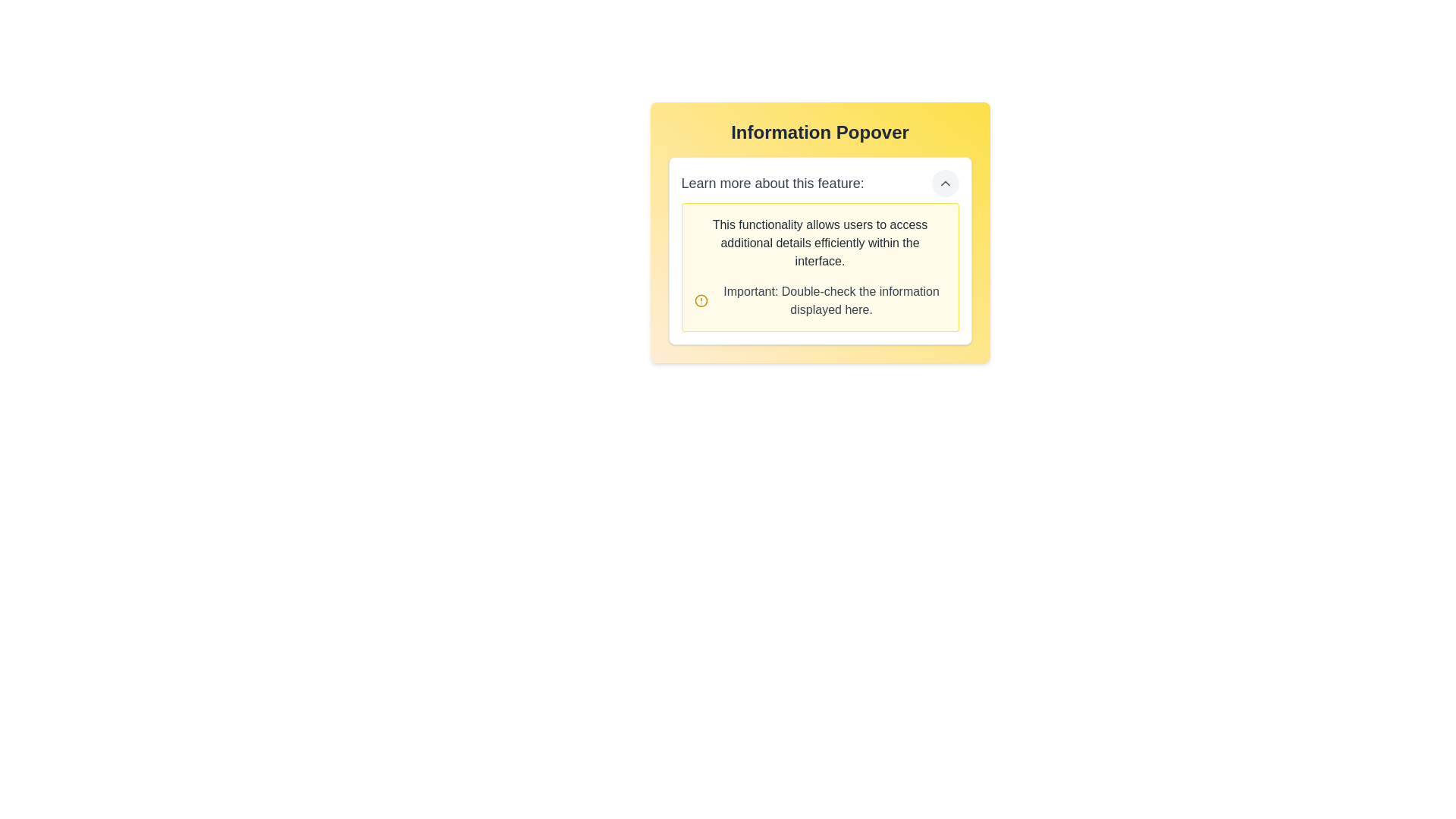 This screenshot has height=819, width=1456. Describe the element at coordinates (819, 183) in the screenshot. I see `the text heading 'Learn more about this feature:' which includes an interactive upward chevron icon for potential interactive effects` at that location.